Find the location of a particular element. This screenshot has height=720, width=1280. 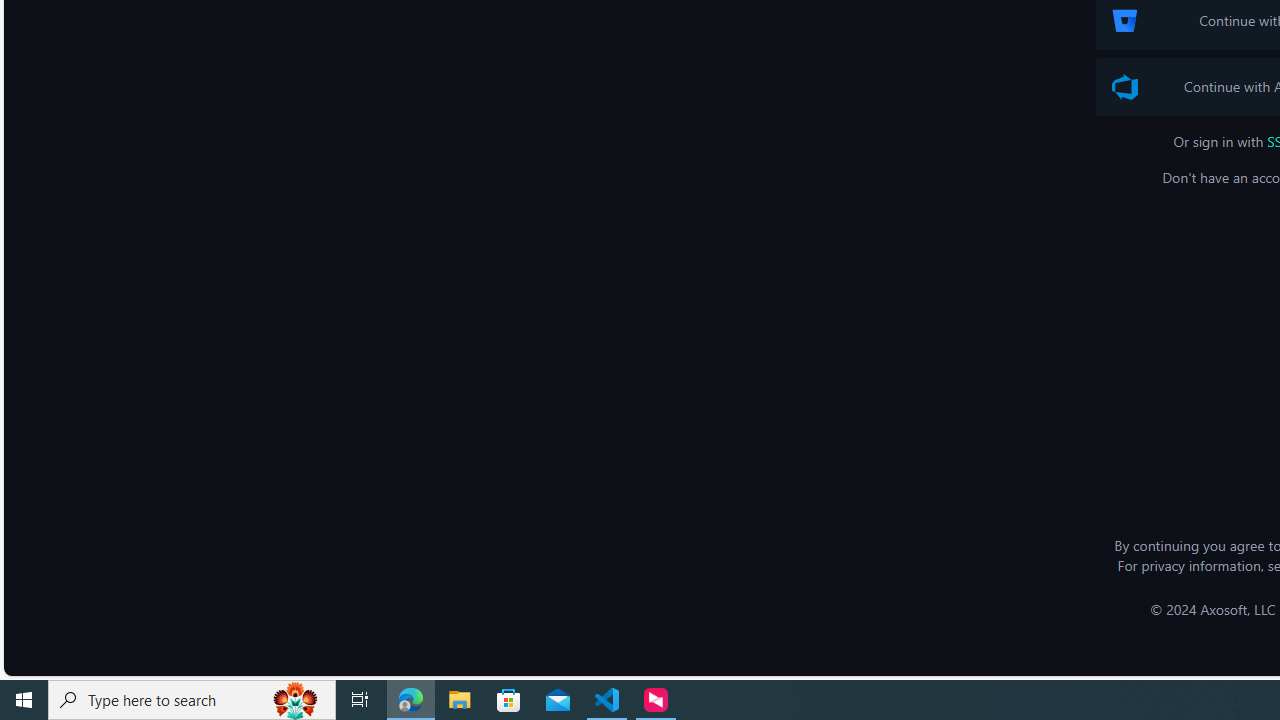

'Microsoft Store' is located at coordinates (509, 698).